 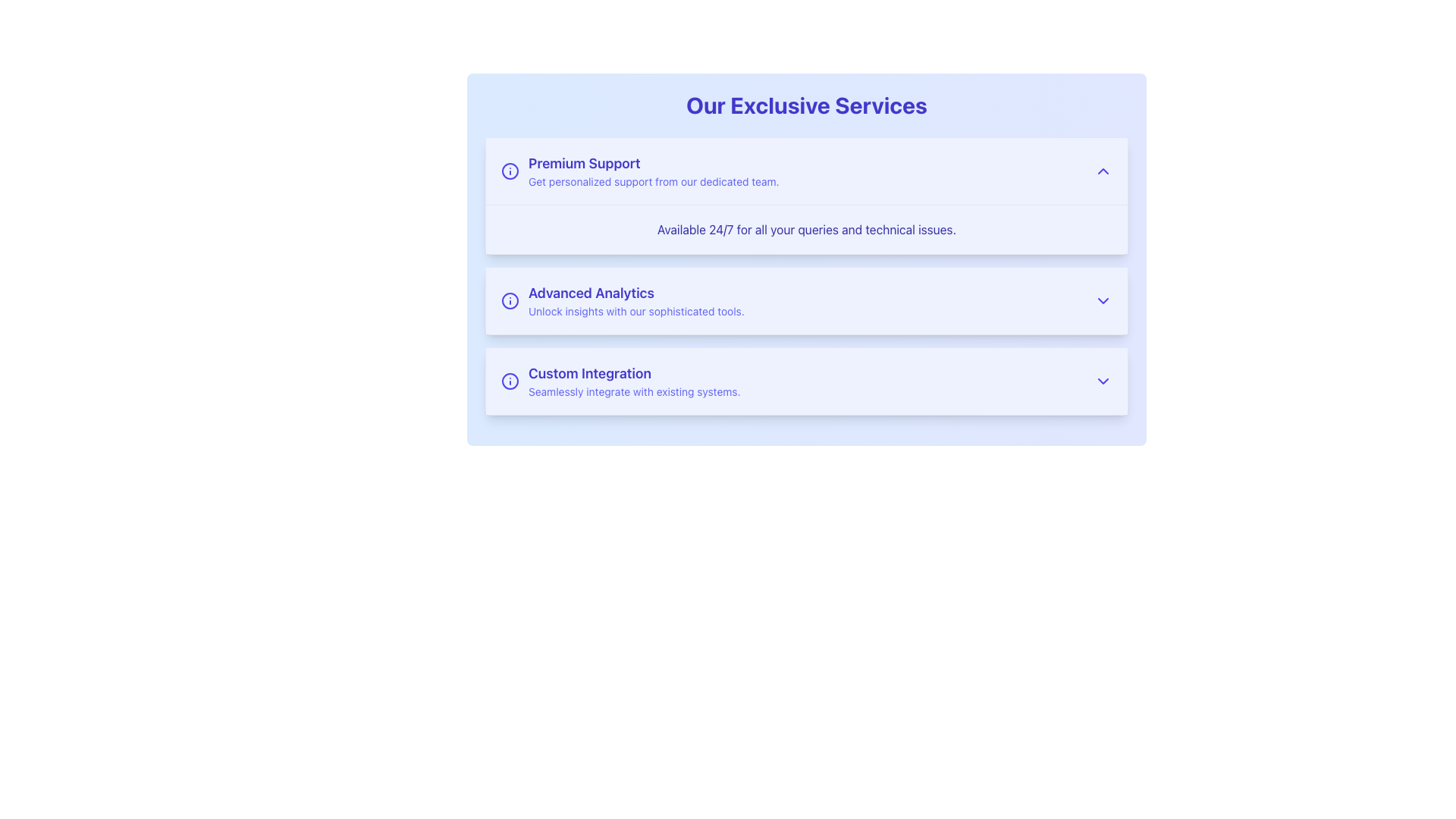 What do you see at coordinates (636, 293) in the screenshot?
I see `the heading text element located under 'Our Exclusive Services', which provides a summary of the feature or service offered` at bounding box center [636, 293].